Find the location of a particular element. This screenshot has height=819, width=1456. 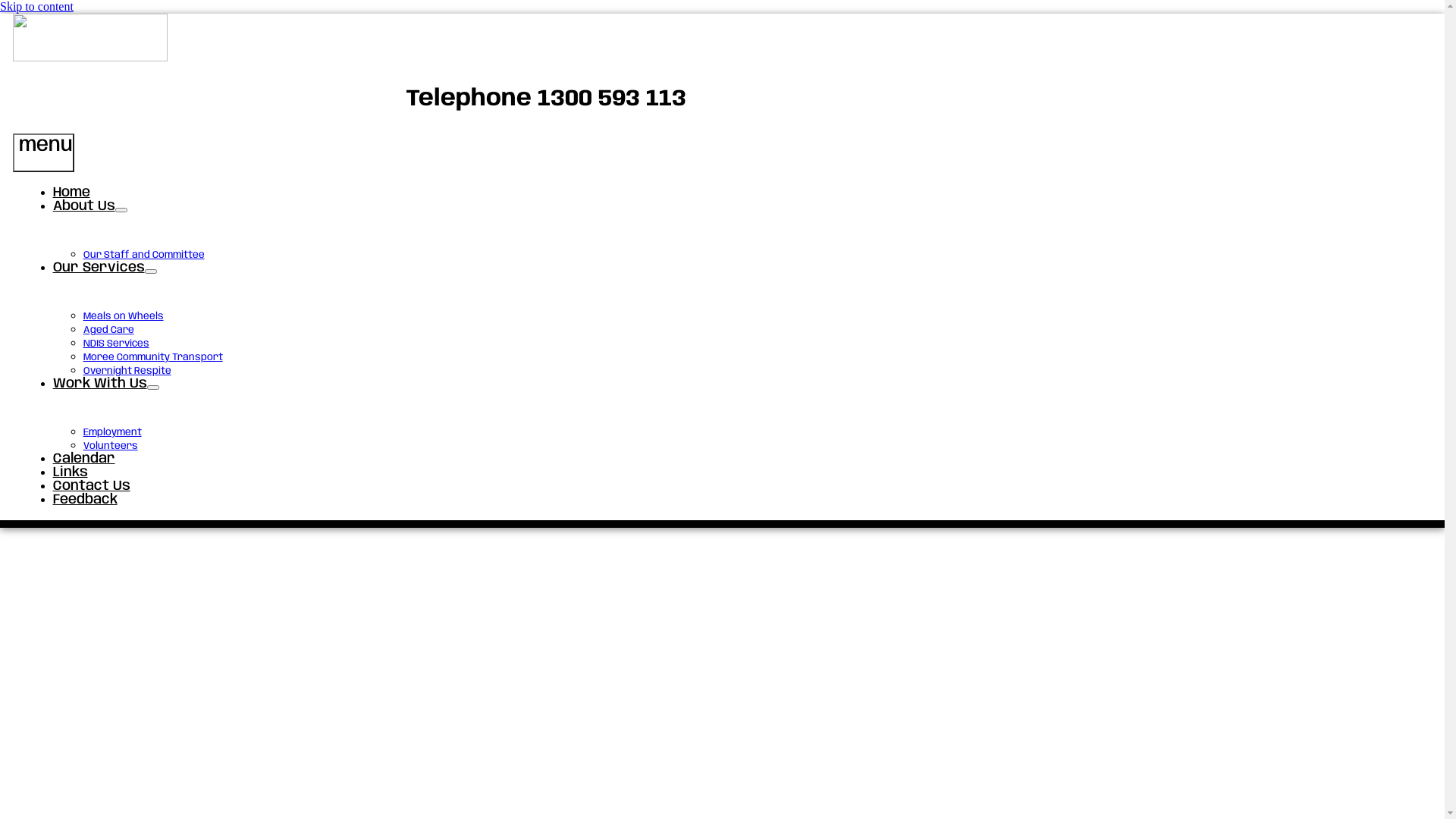

'NDIS Services' is located at coordinates (115, 344).